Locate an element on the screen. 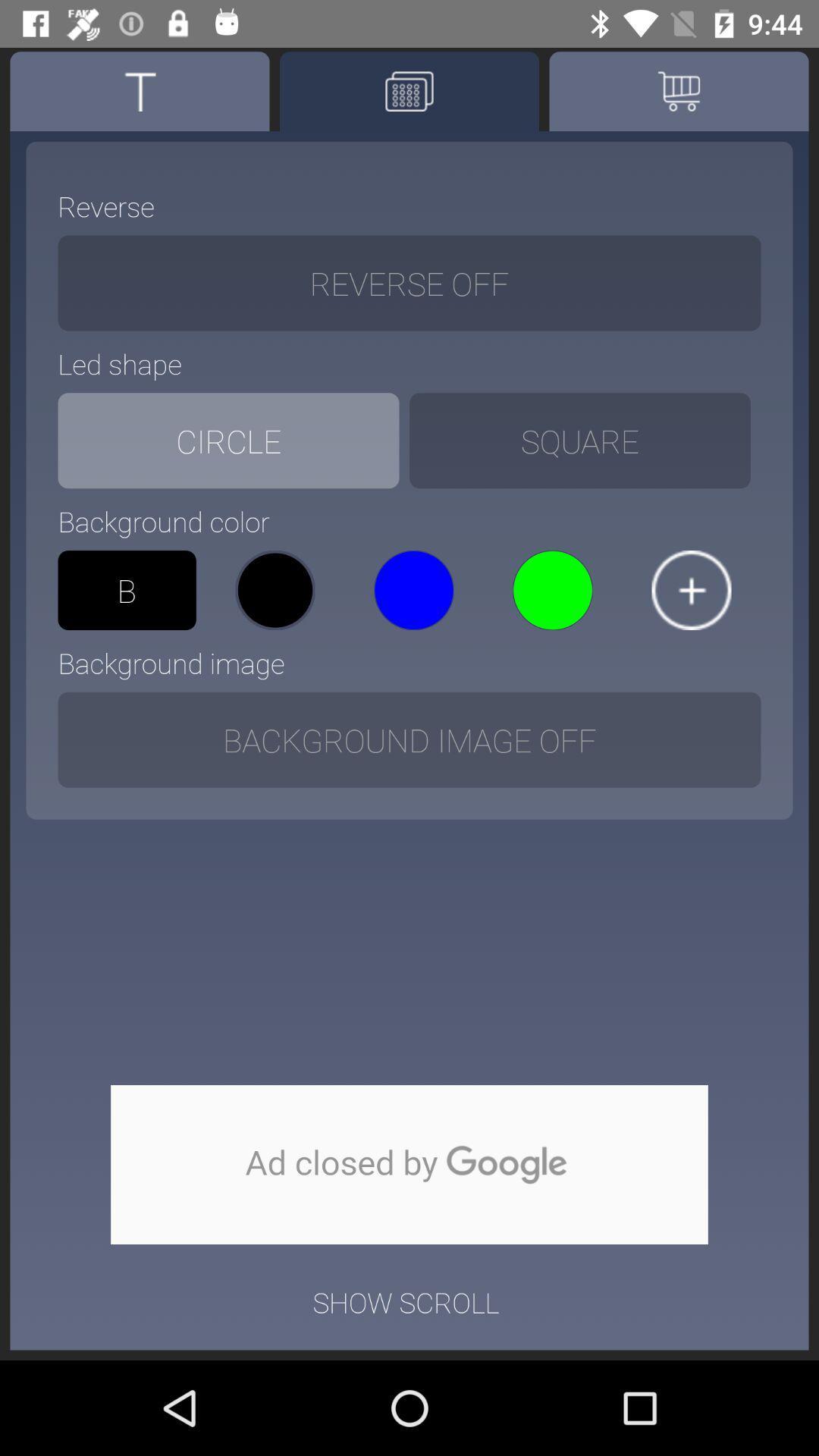  print is located at coordinates (409, 90).